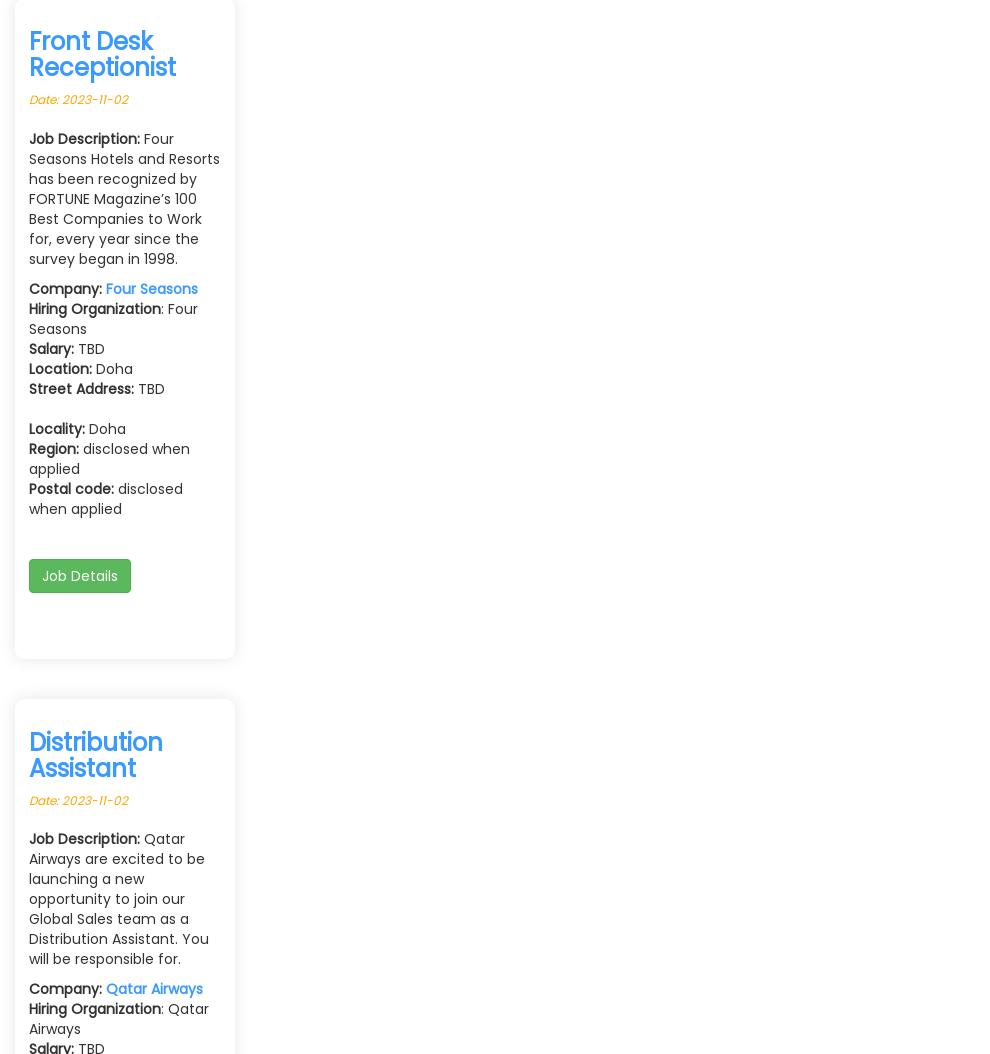 This screenshot has width=990, height=1054. Describe the element at coordinates (151, 286) in the screenshot. I see `'Four Seasons'` at that location.